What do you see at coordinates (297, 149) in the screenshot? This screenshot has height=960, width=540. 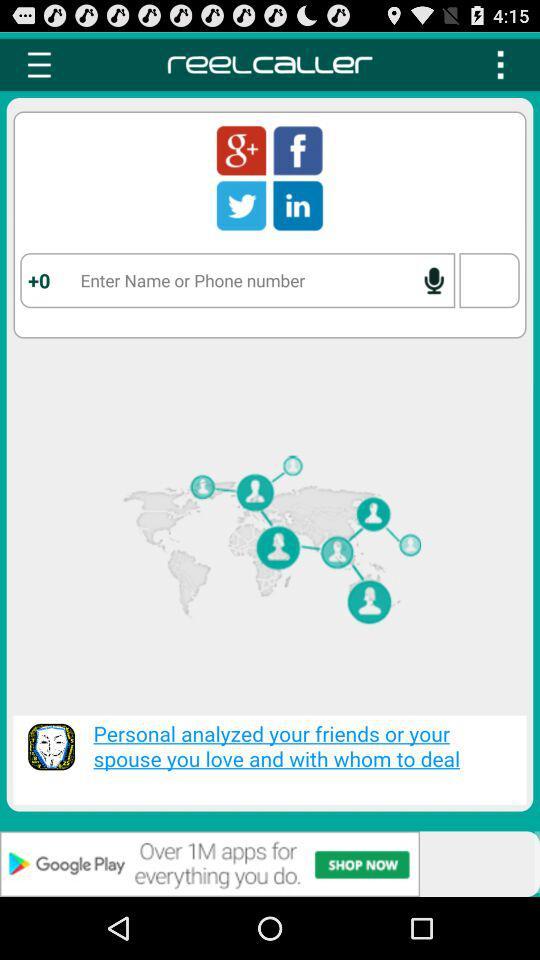 I see `using the facebook` at bounding box center [297, 149].